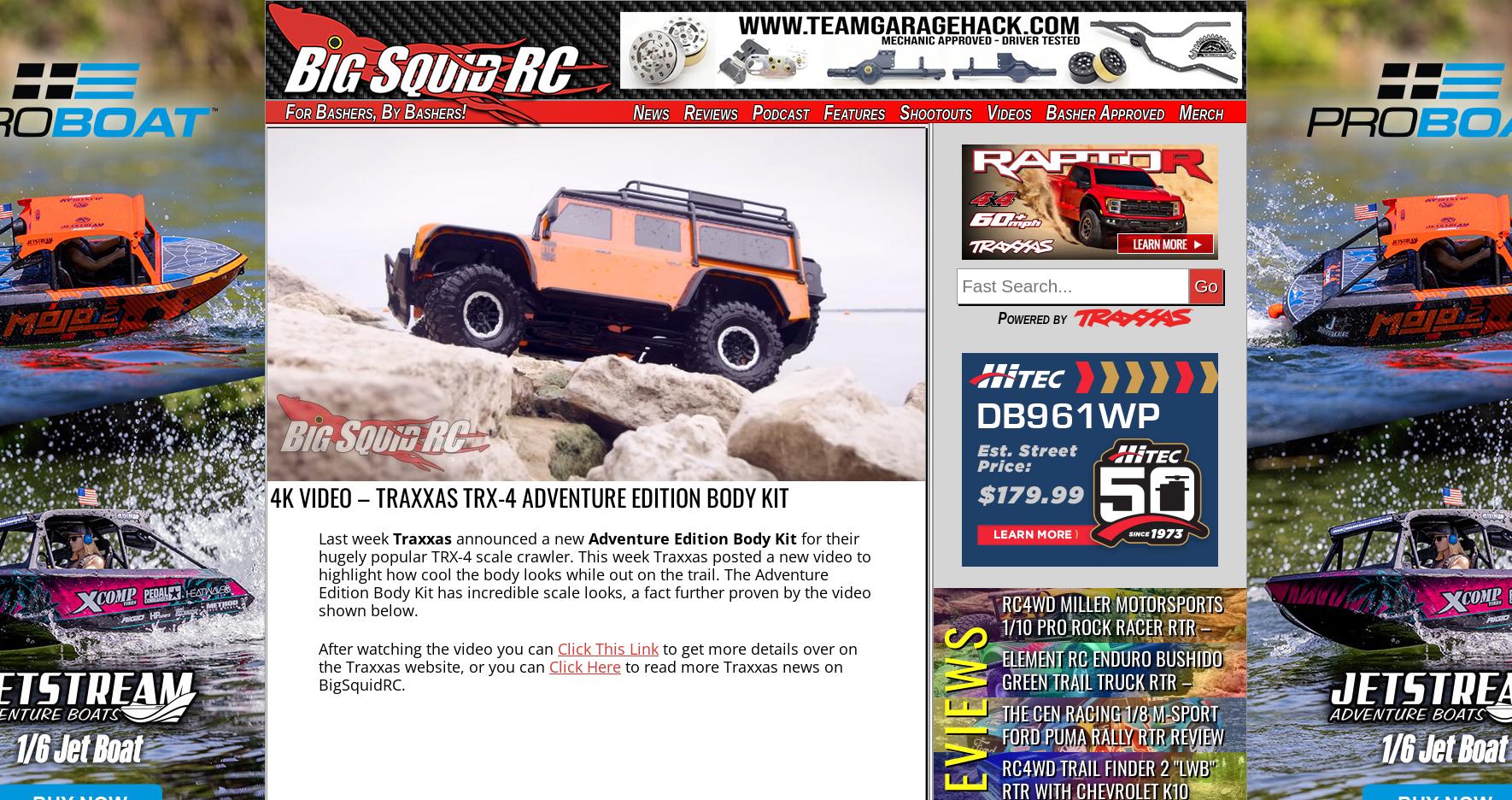  What do you see at coordinates (632, 112) in the screenshot?
I see `'News'` at bounding box center [632, 112].